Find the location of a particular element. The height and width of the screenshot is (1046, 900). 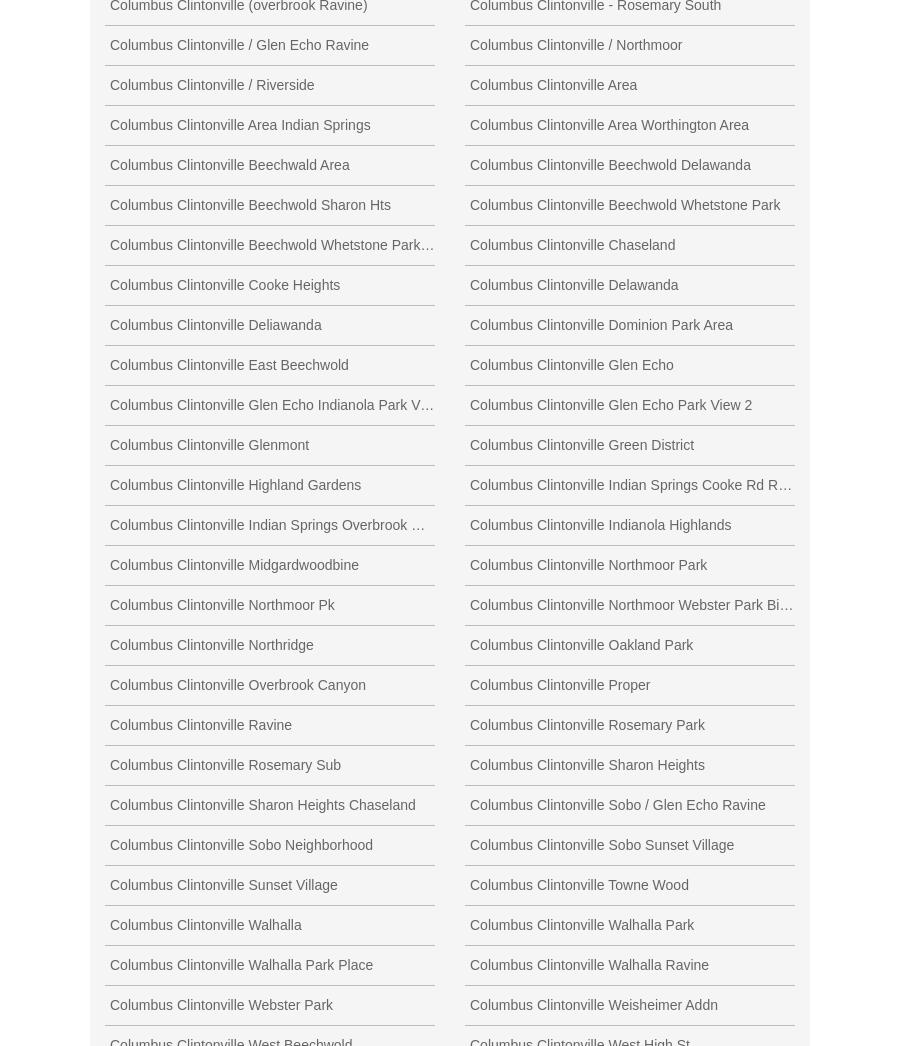

'Columbus Clintonville Sobo / Glen Echo Ravine' is located at coordinates (617, 803).